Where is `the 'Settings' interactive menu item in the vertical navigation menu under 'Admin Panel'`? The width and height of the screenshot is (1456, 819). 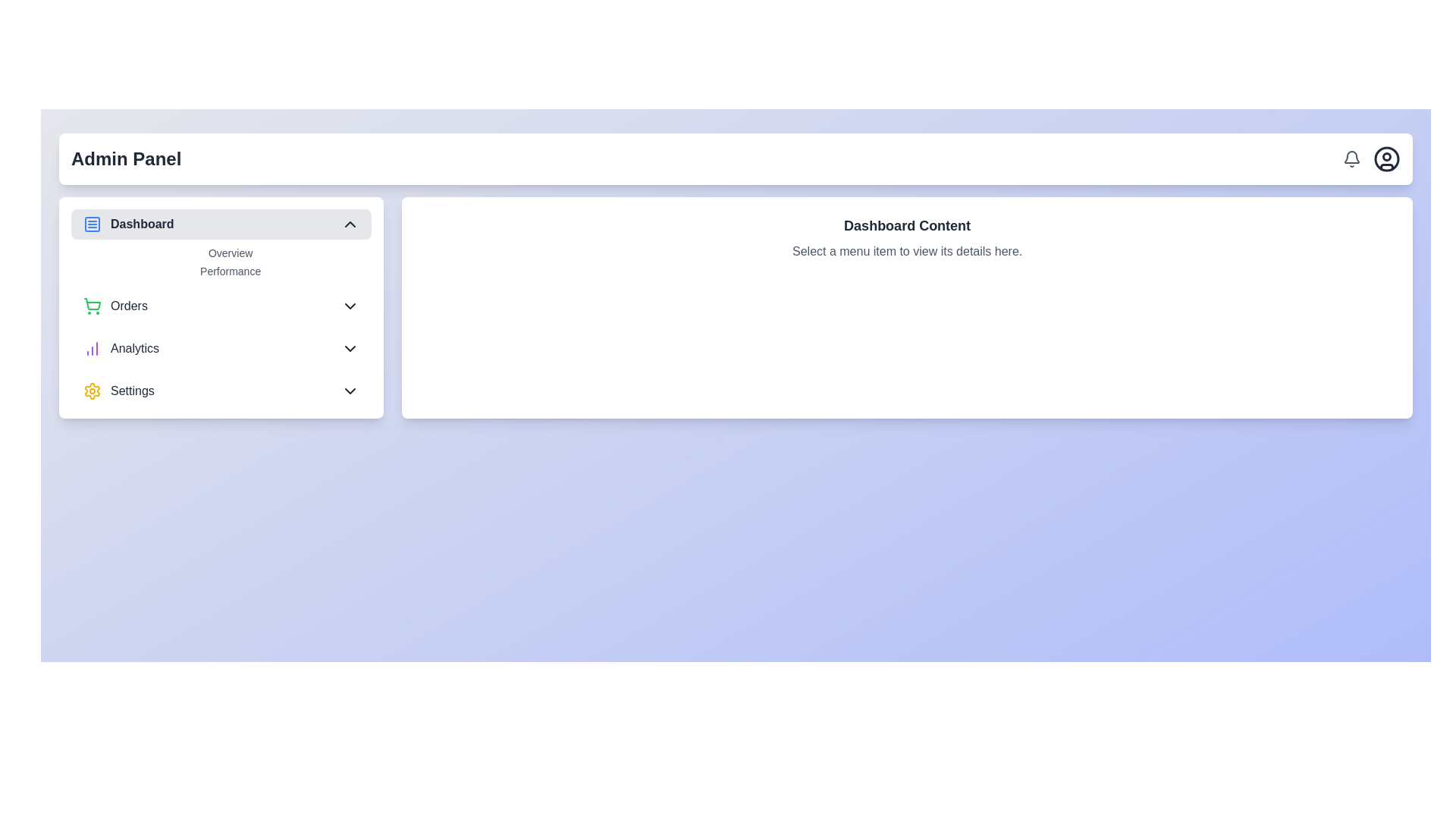 the 'Settings' interactive menu item in the vertical navigation menu under 'Admin Panel' is located at coordinates (221, 391).